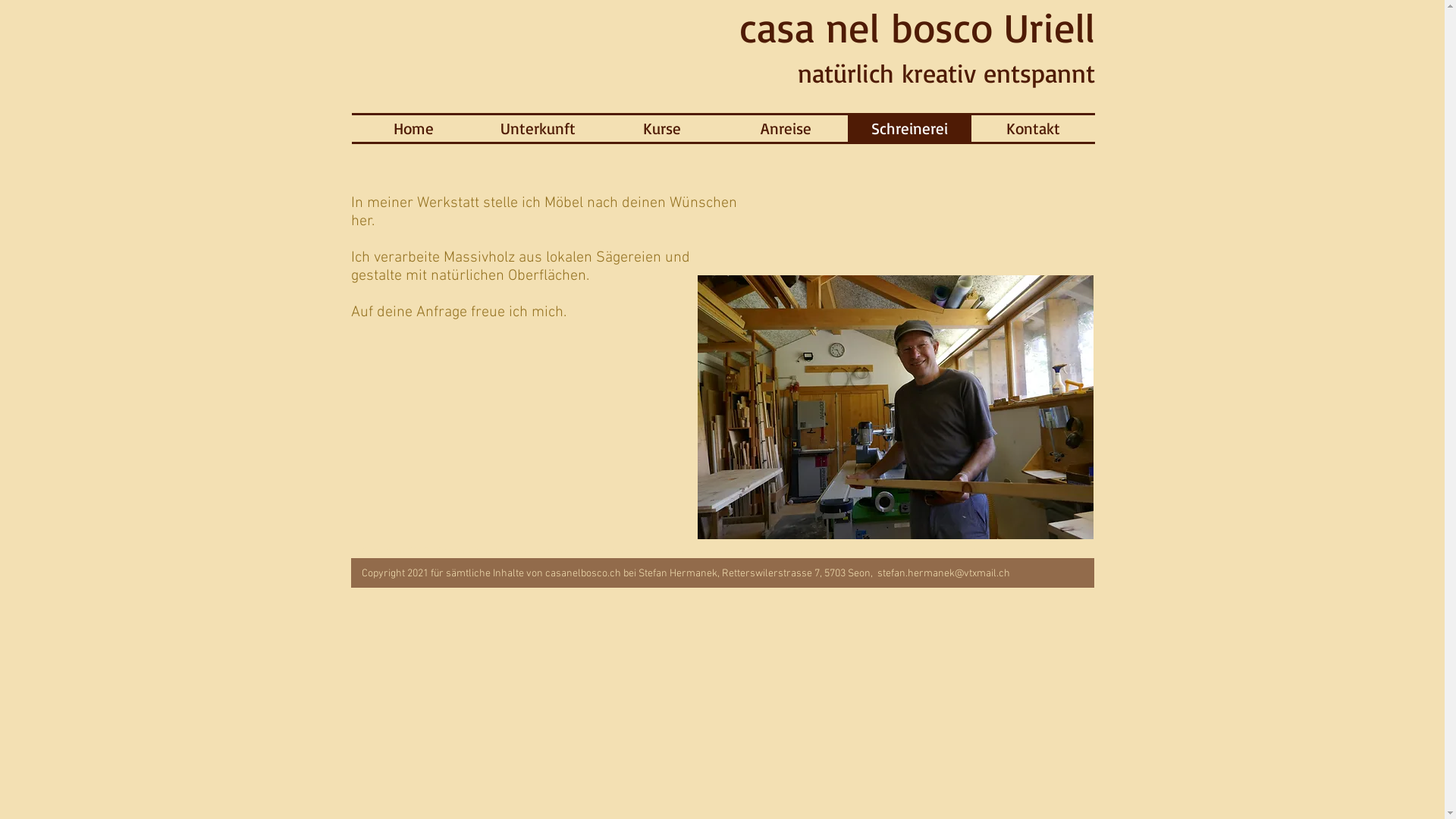 The image size is (1456, 819). Describe the element at coordinates (895, 406) in the screenshot. I see `'P1040486.JPG'` at that location.